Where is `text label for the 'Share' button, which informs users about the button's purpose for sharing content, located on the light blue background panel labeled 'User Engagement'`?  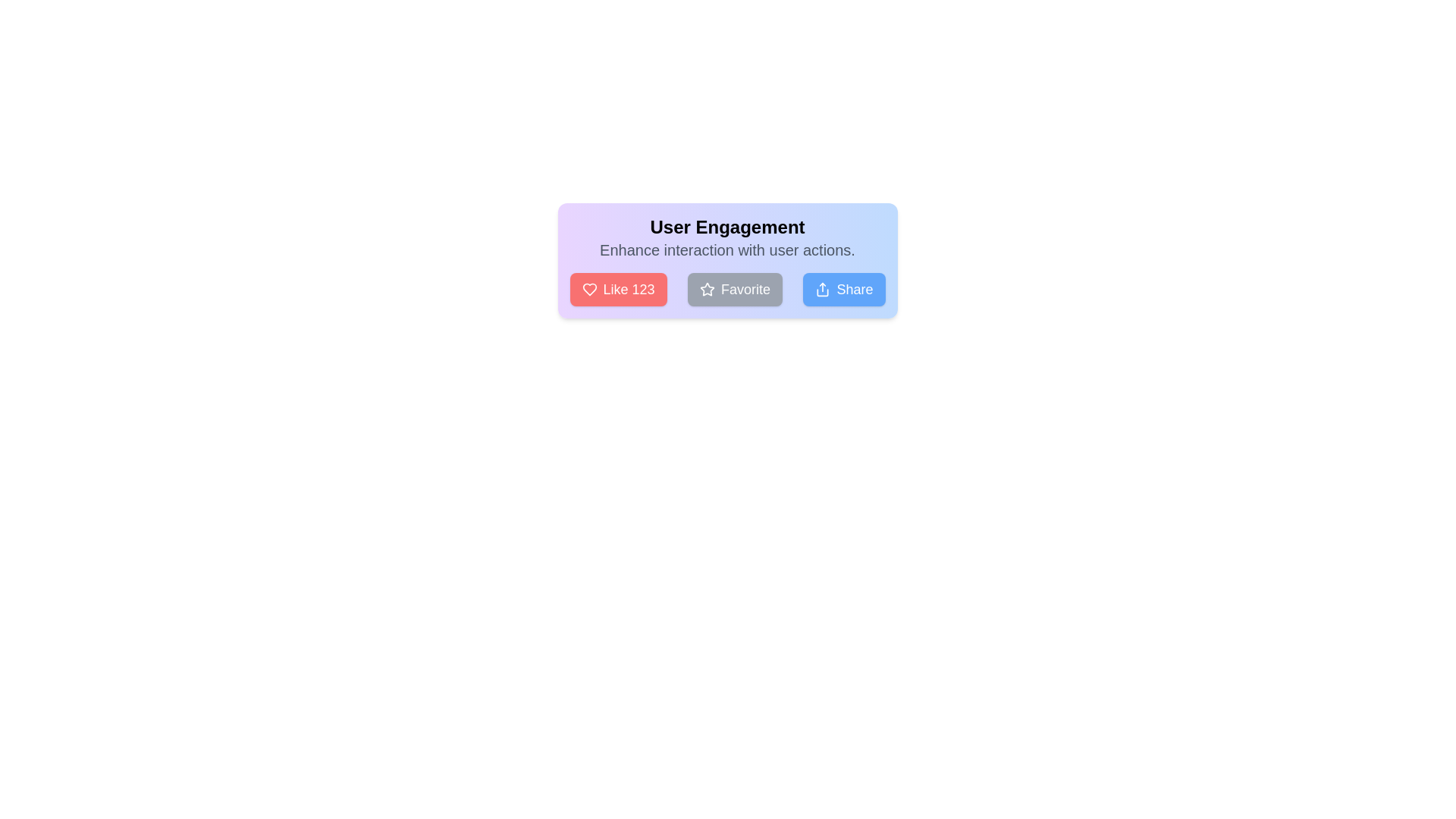
text label for the 'Share' button, which informs users about the button's purpose for sharing content, located on the light blue background panel labeled 'User Engagement' is located at coordinates (855, 289).